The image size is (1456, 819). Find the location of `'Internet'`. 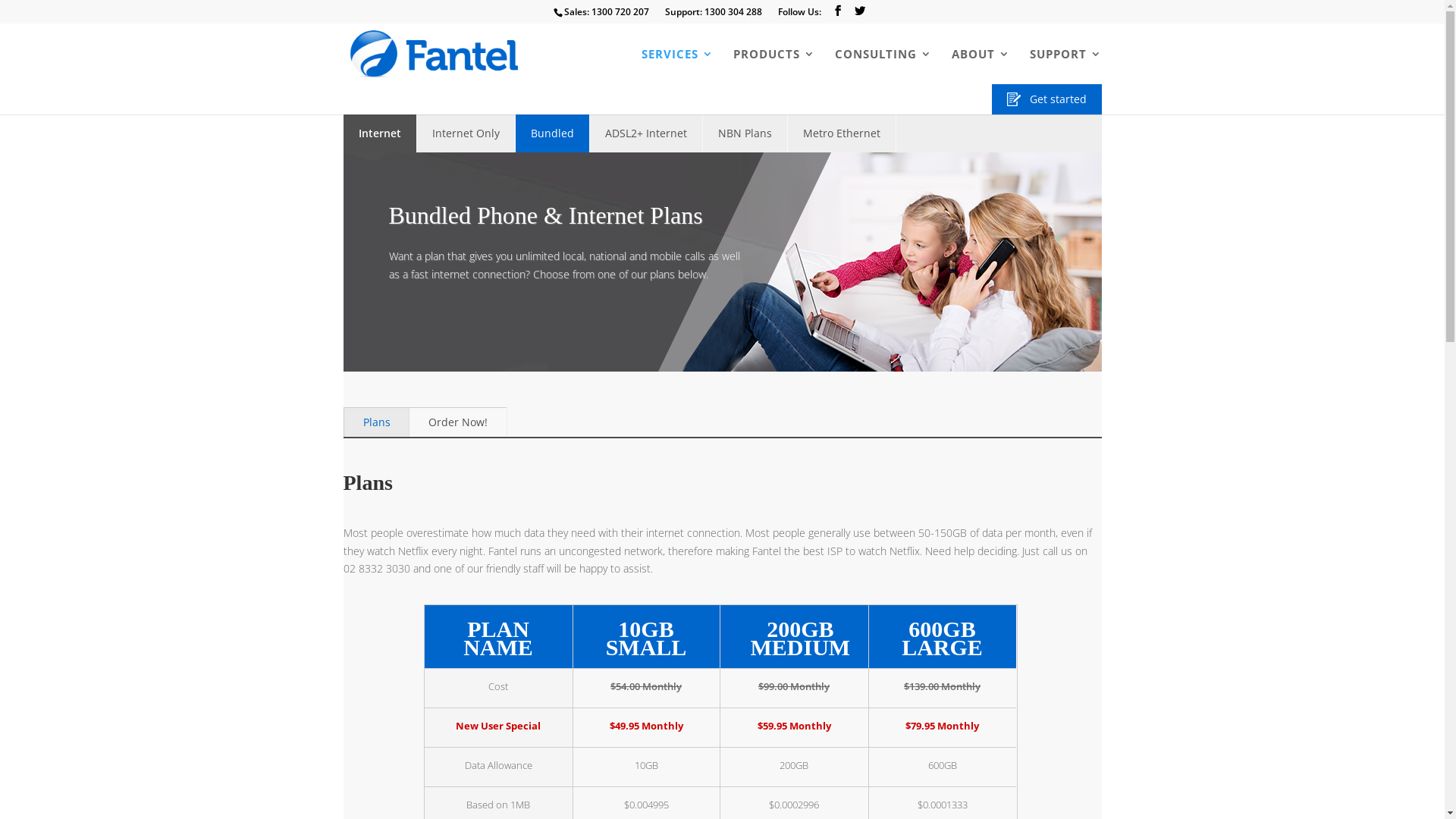

'Internet' is located at coordinates (379, 133).